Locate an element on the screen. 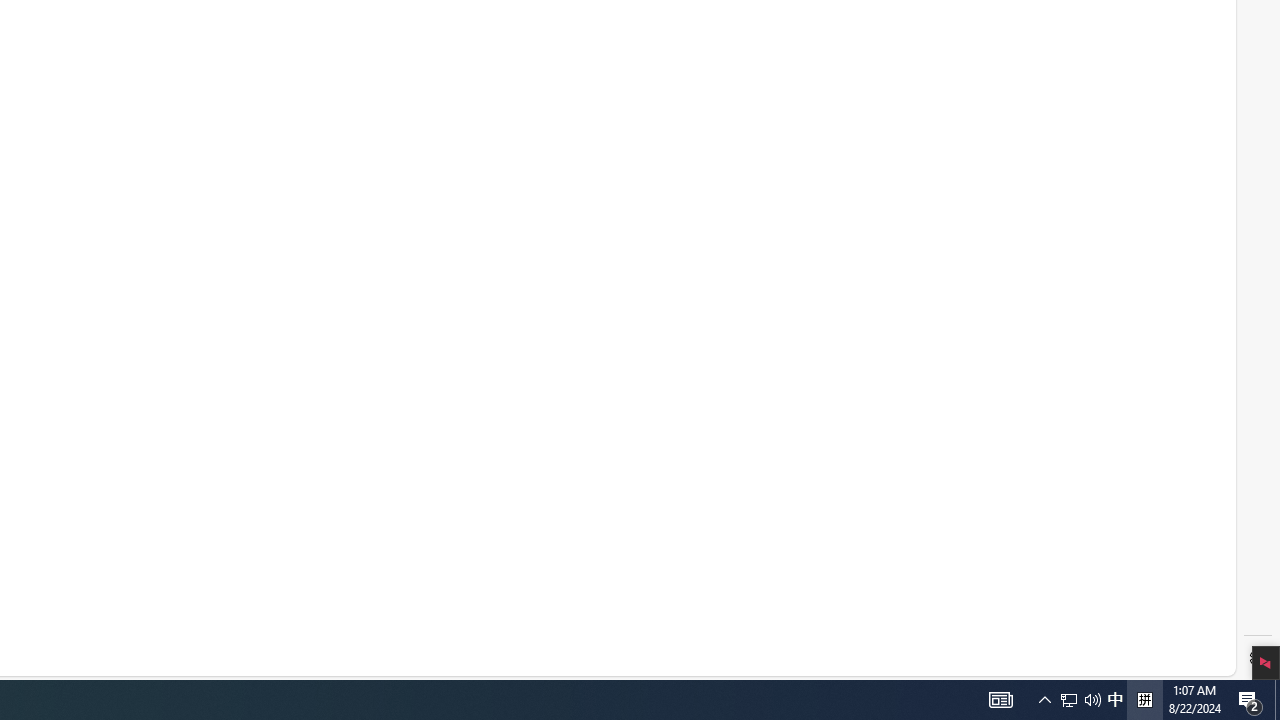 The width and height of the screenshot is (1280, 720). 'Settings' is located at coordinates (1257, 658).